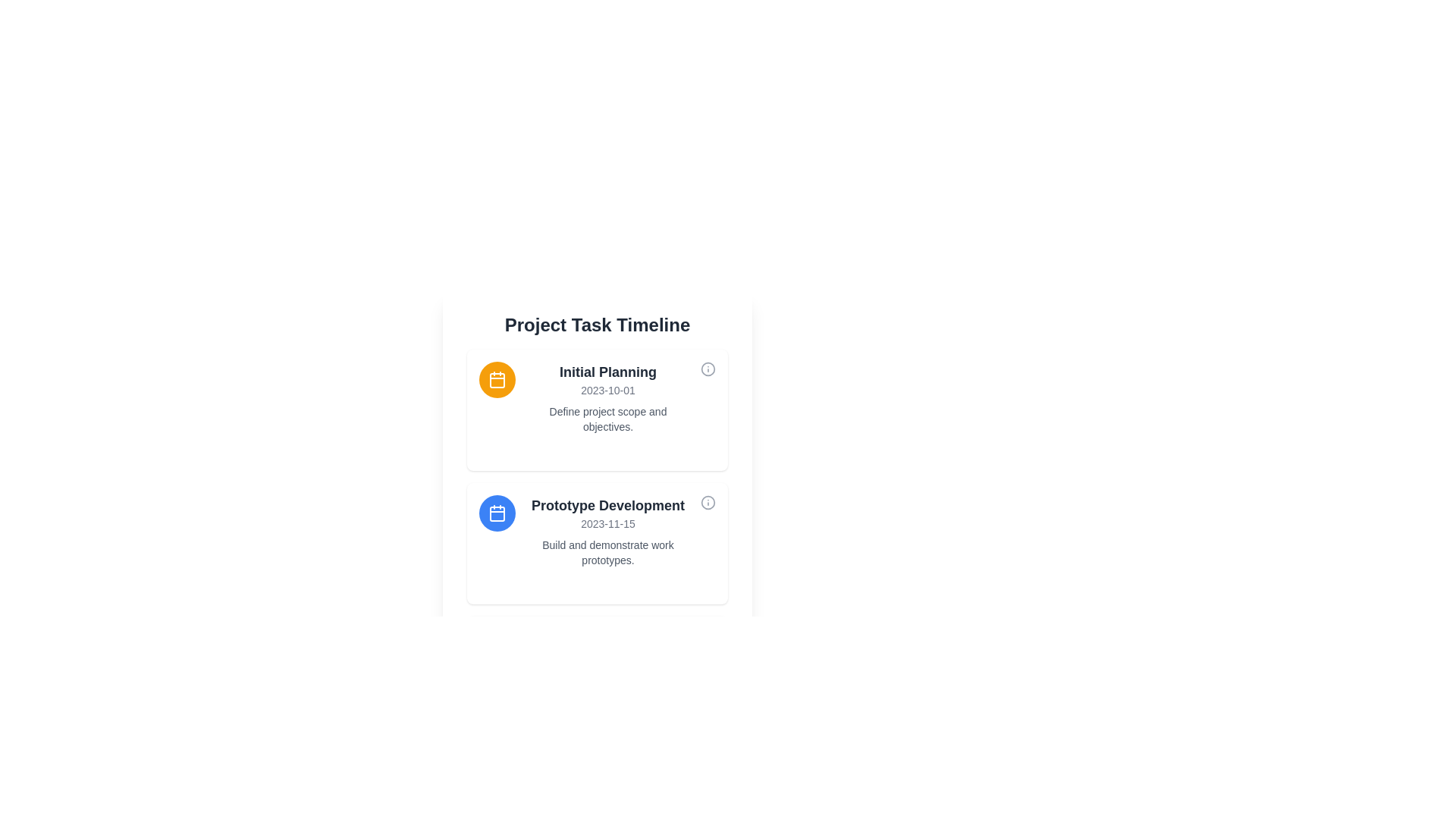 The width and height of the screenshot is (1456, 819). I want to click on the small rectangular blue calendar icon located to the left of the task named 'Prototype Development', so click(497, 513).